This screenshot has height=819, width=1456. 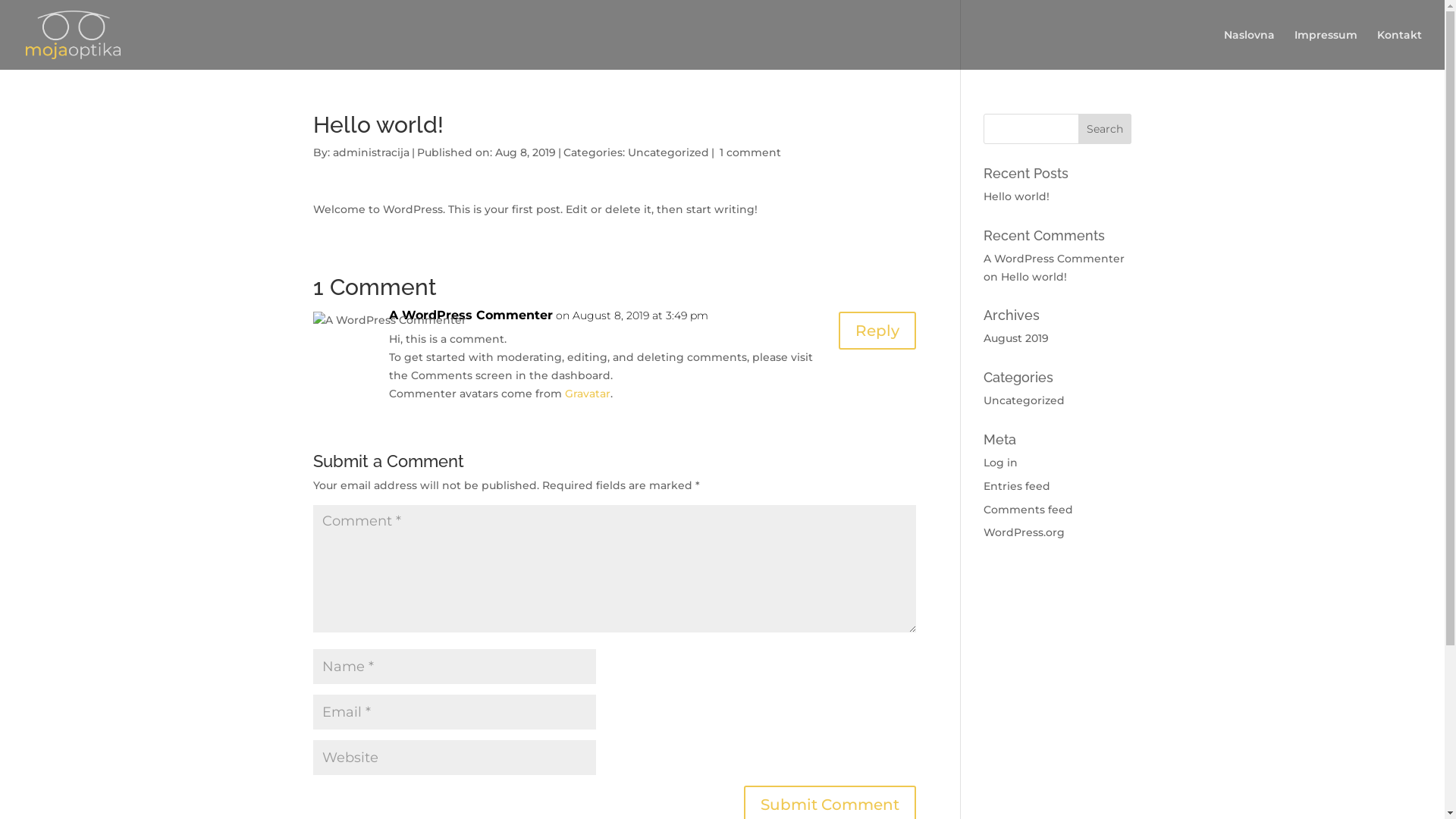 I want to click on 'Log in', so click(x=1000, y=461).